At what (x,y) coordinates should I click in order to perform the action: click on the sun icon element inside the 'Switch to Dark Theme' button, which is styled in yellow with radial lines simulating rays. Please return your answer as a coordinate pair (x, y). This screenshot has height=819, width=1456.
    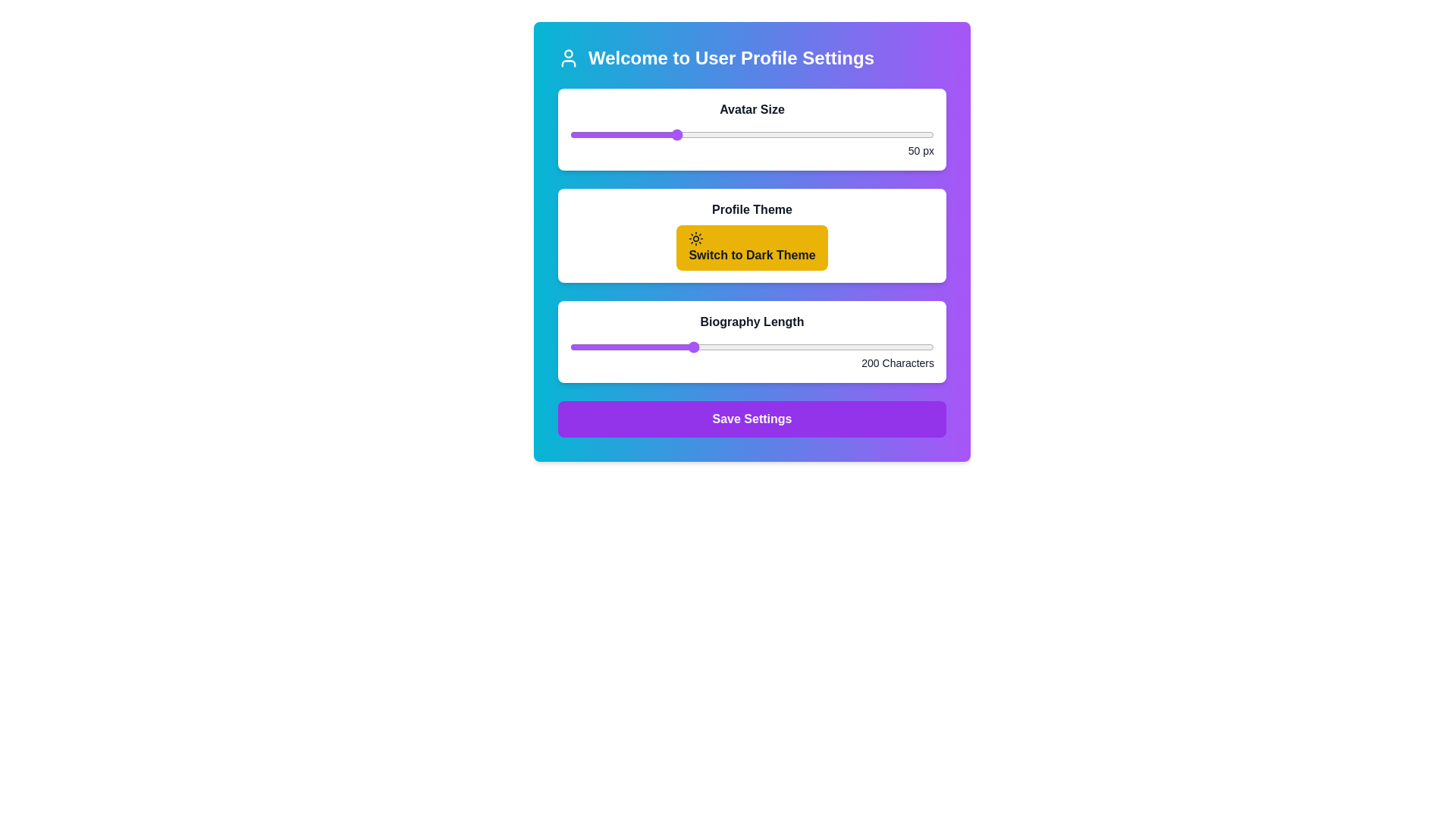
    Looking at the image, I should click on (695, 239).